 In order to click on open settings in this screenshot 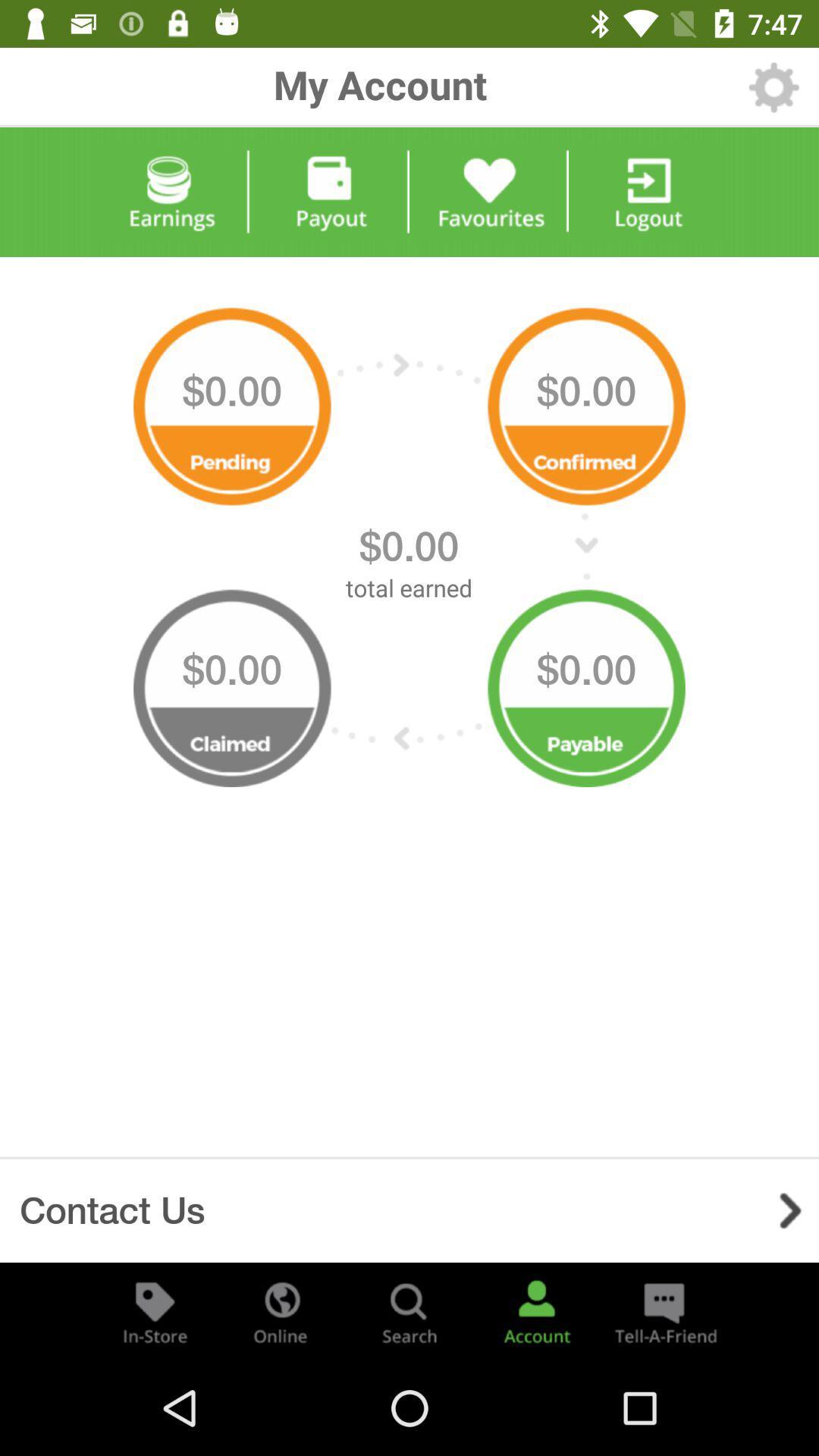, I will do `click(773, 86)`.